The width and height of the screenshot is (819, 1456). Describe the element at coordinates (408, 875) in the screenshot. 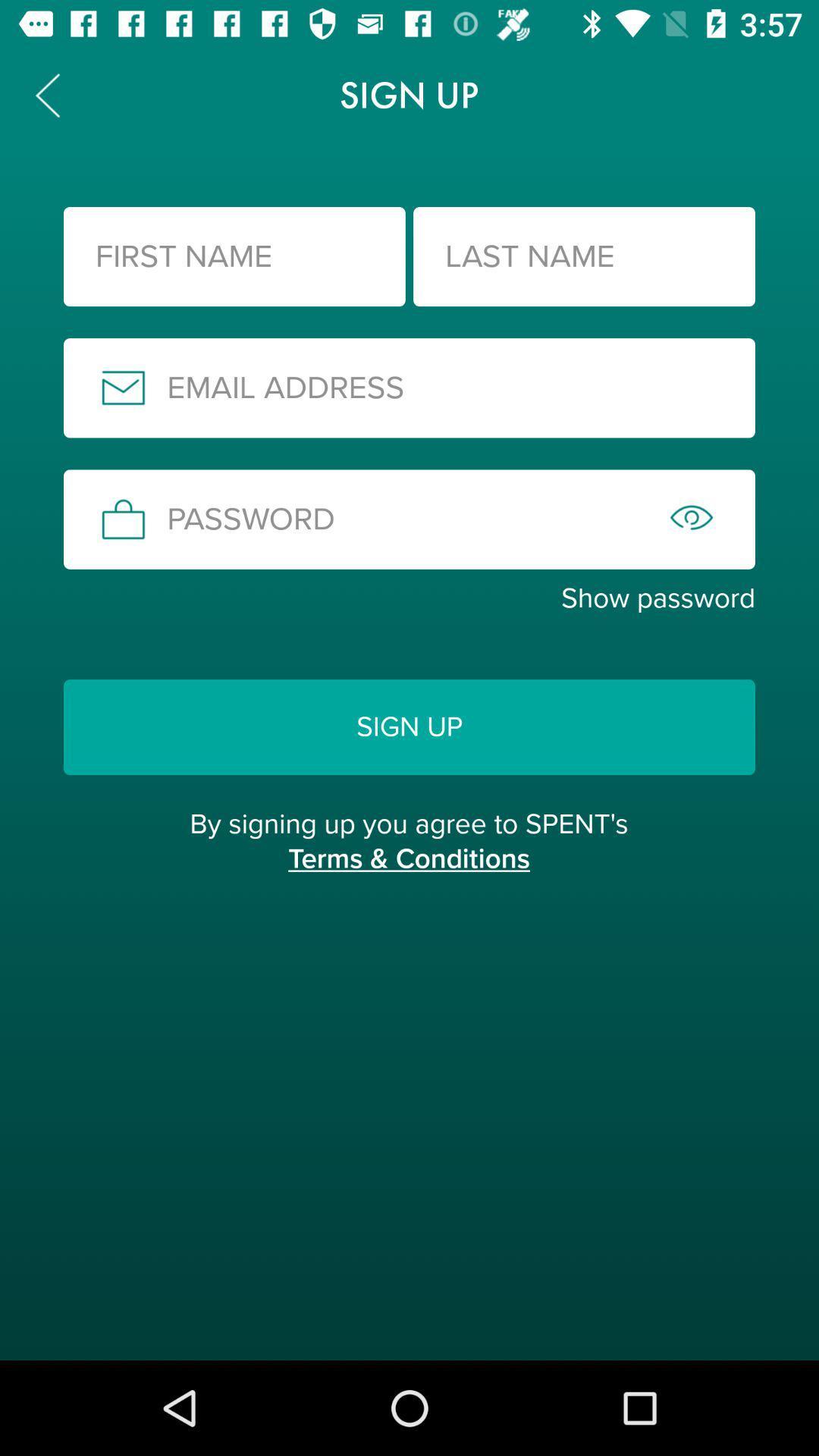

I see `item below by signing up item` at that location.